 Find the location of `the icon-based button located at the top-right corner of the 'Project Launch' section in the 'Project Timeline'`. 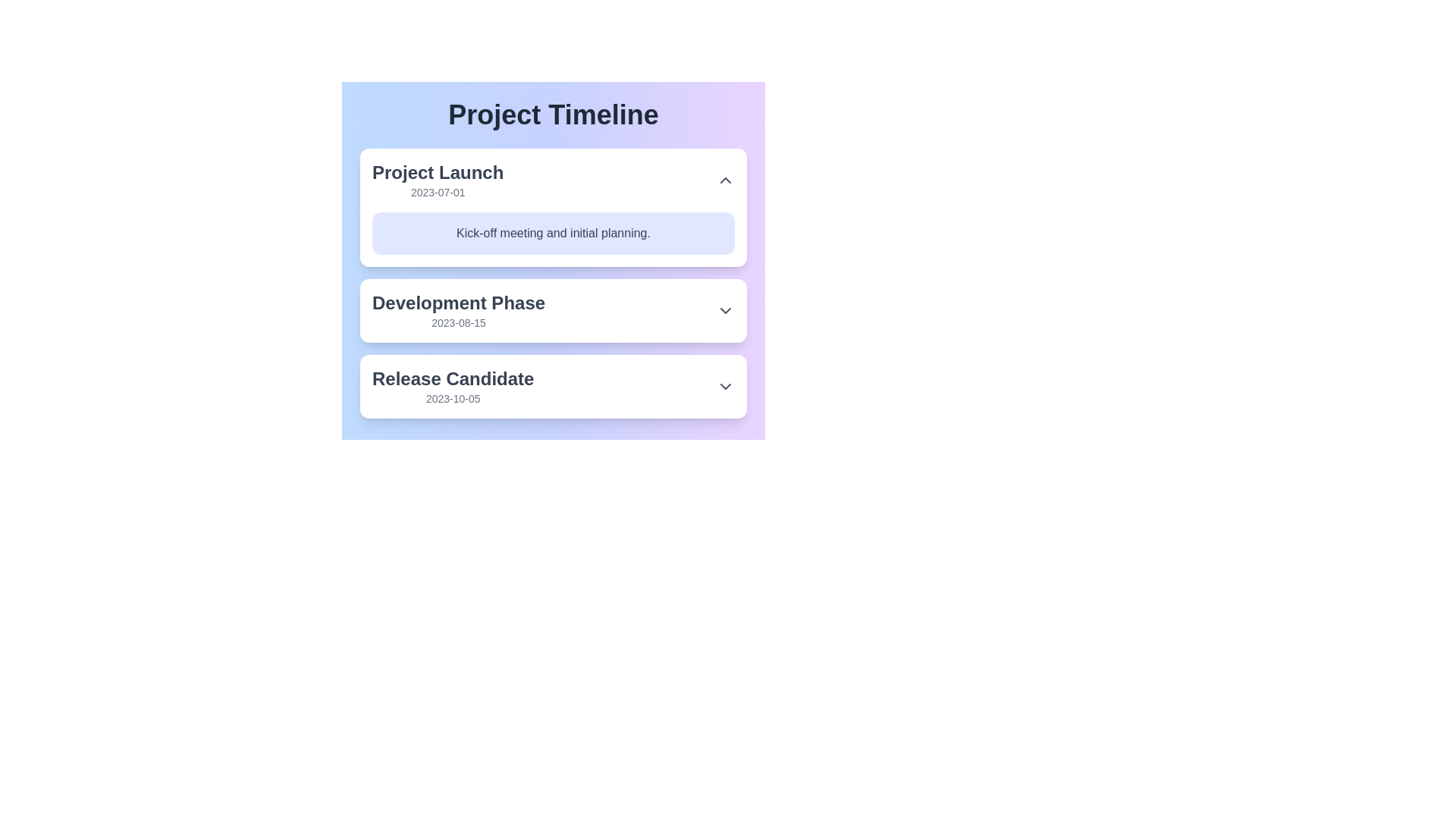

the icon-based button located at the top-right corner of the 'Project Launch' section in the 'Project Timeline' is located at coordinates (724, 180).